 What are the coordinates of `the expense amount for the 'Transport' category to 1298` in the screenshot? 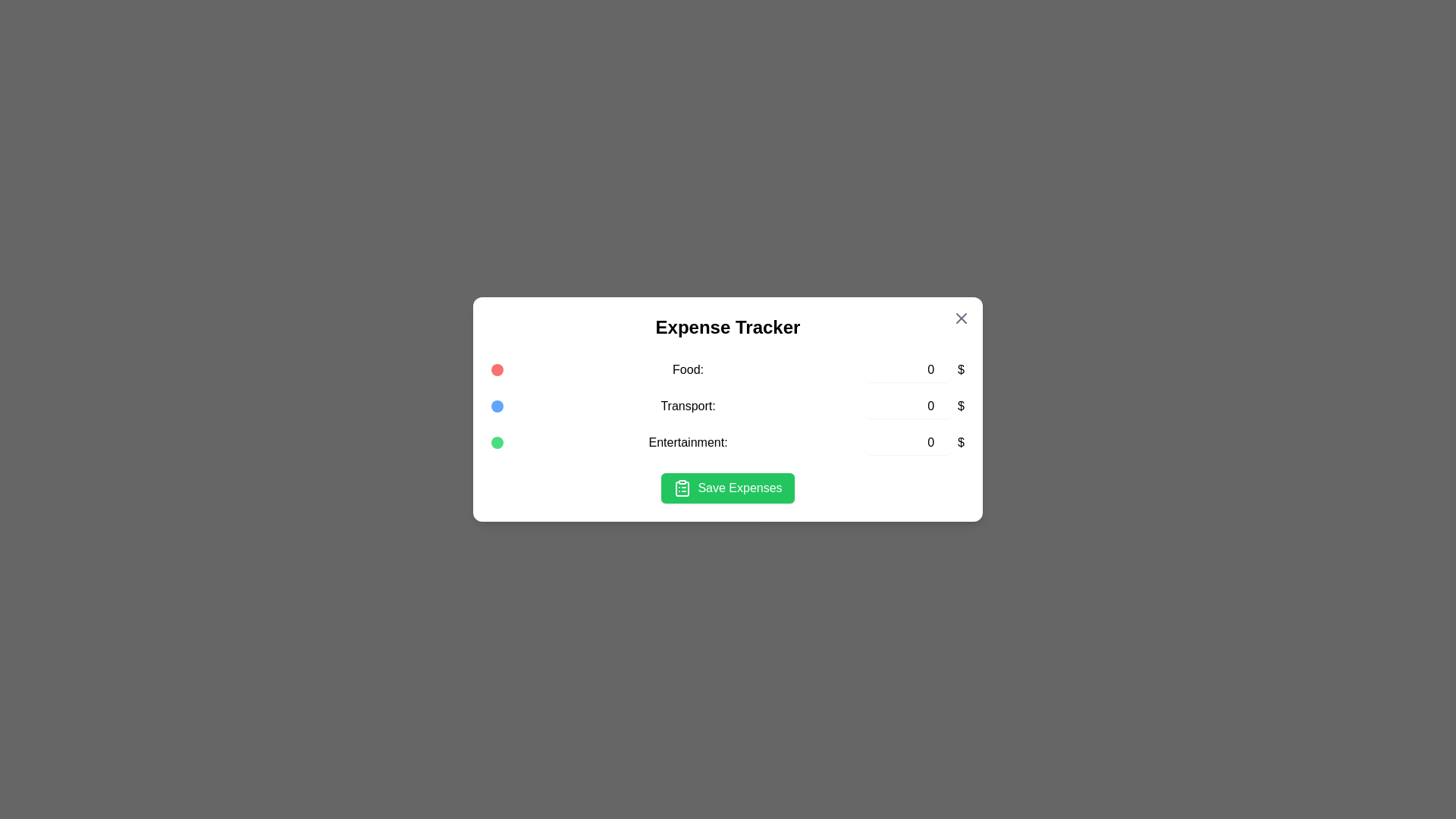 It's located at (909, 406).